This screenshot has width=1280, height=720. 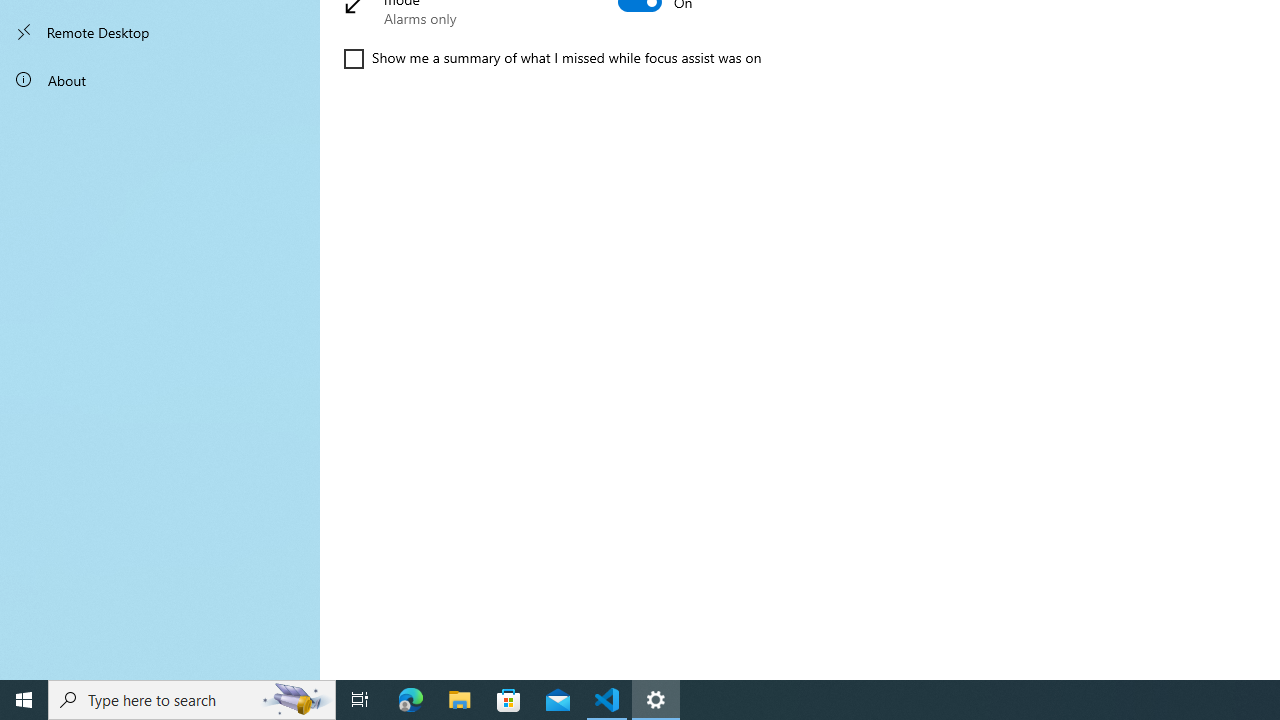 What do you see at coordinates (24, 698) in the screenshot?
I see `'Start'` at bounding box center [24, 698].